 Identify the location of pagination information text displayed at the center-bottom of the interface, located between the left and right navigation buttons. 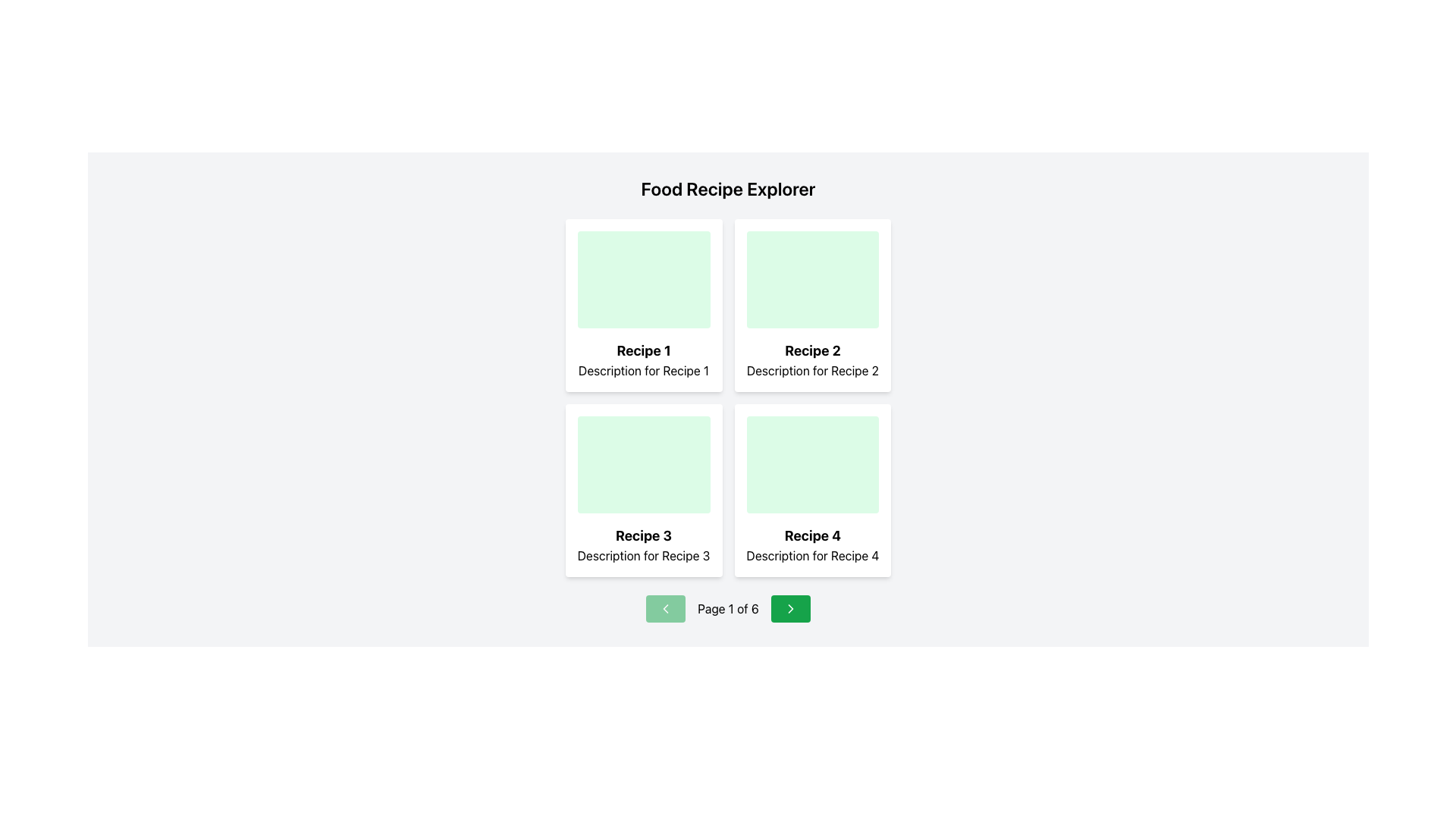
(728, 607).